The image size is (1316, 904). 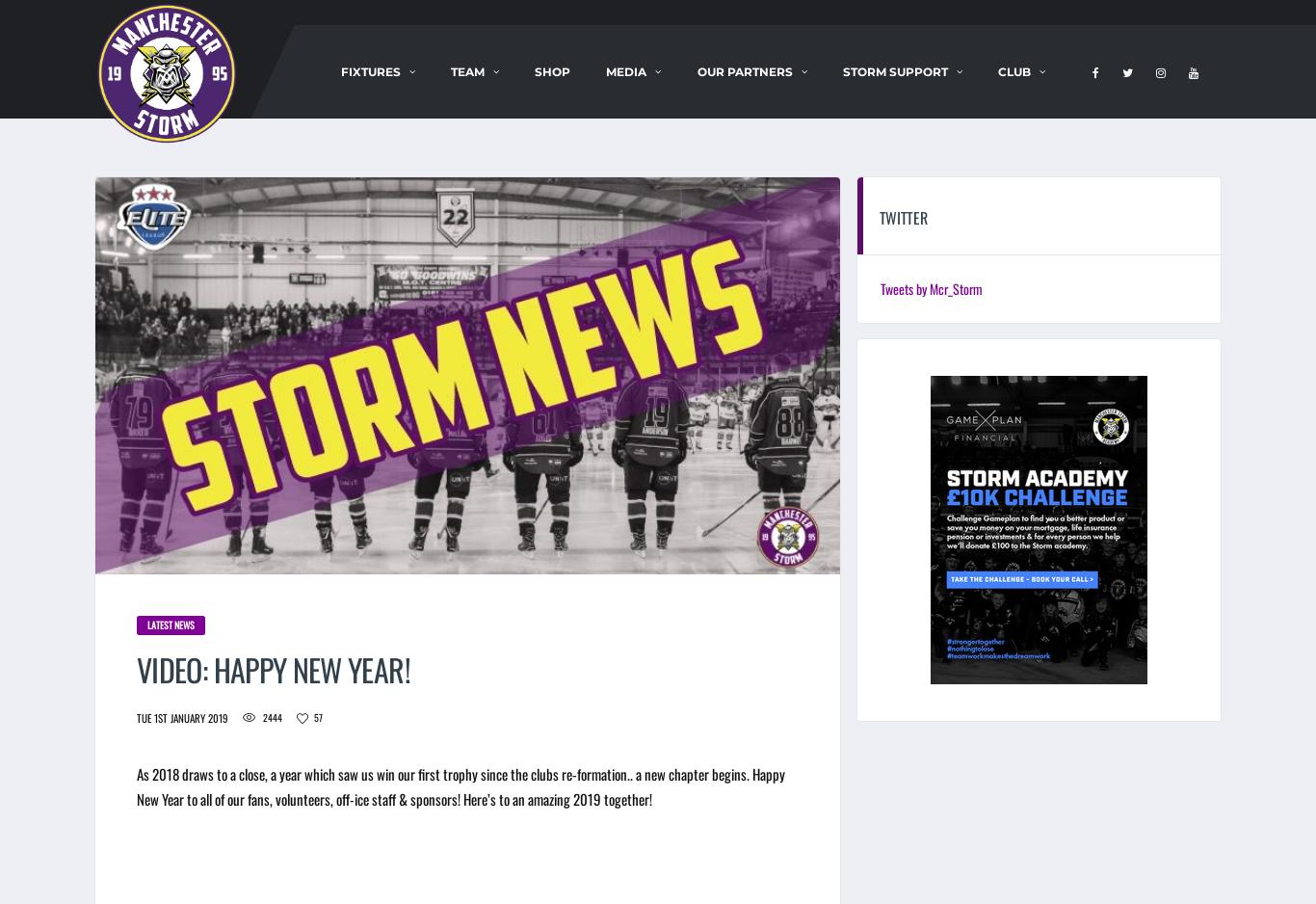 I want to click on 'Total Fitness', so click(x=753, y=220).